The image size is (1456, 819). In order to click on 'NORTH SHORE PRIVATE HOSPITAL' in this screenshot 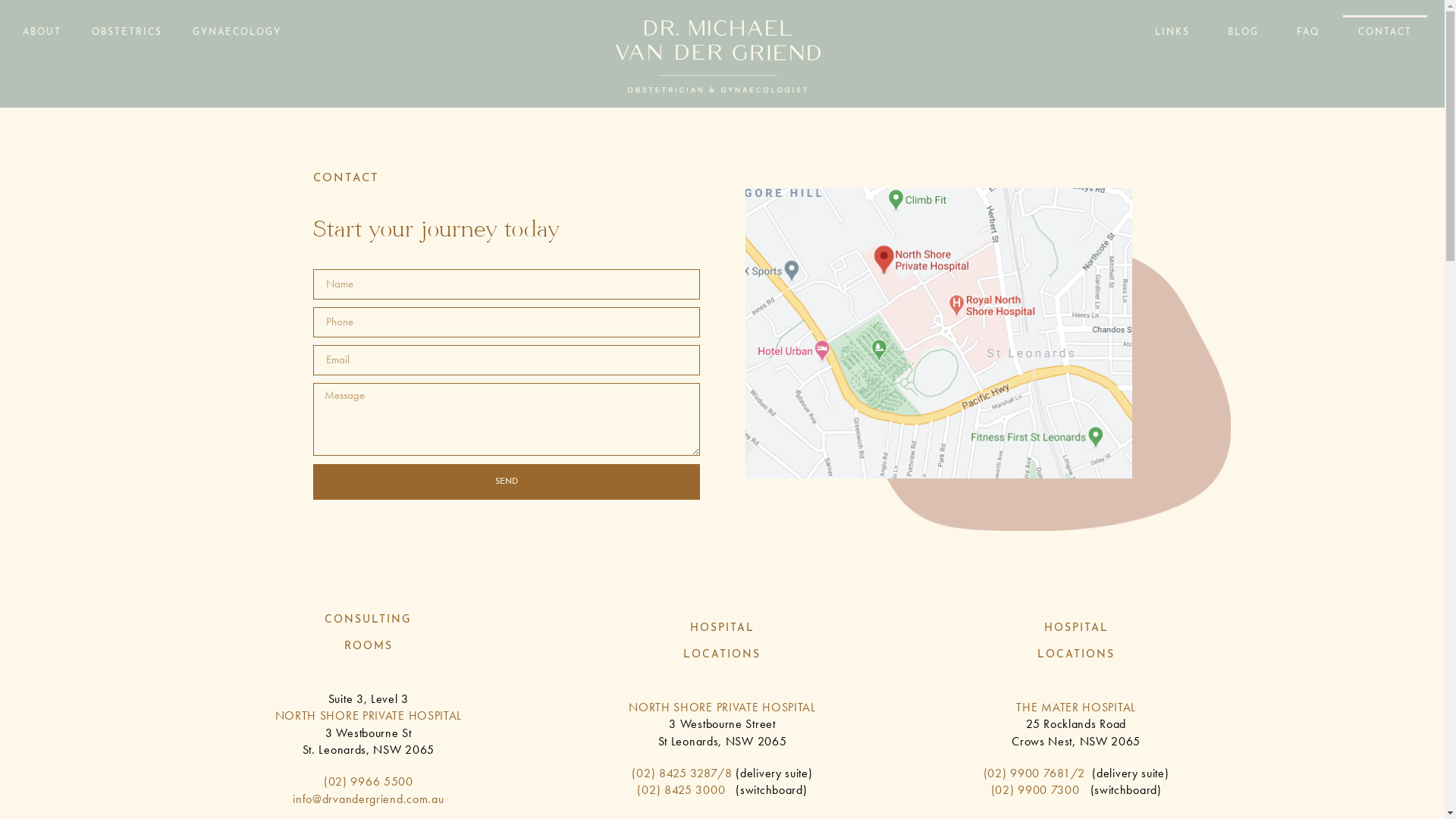, I will do `click(369, 715)`.